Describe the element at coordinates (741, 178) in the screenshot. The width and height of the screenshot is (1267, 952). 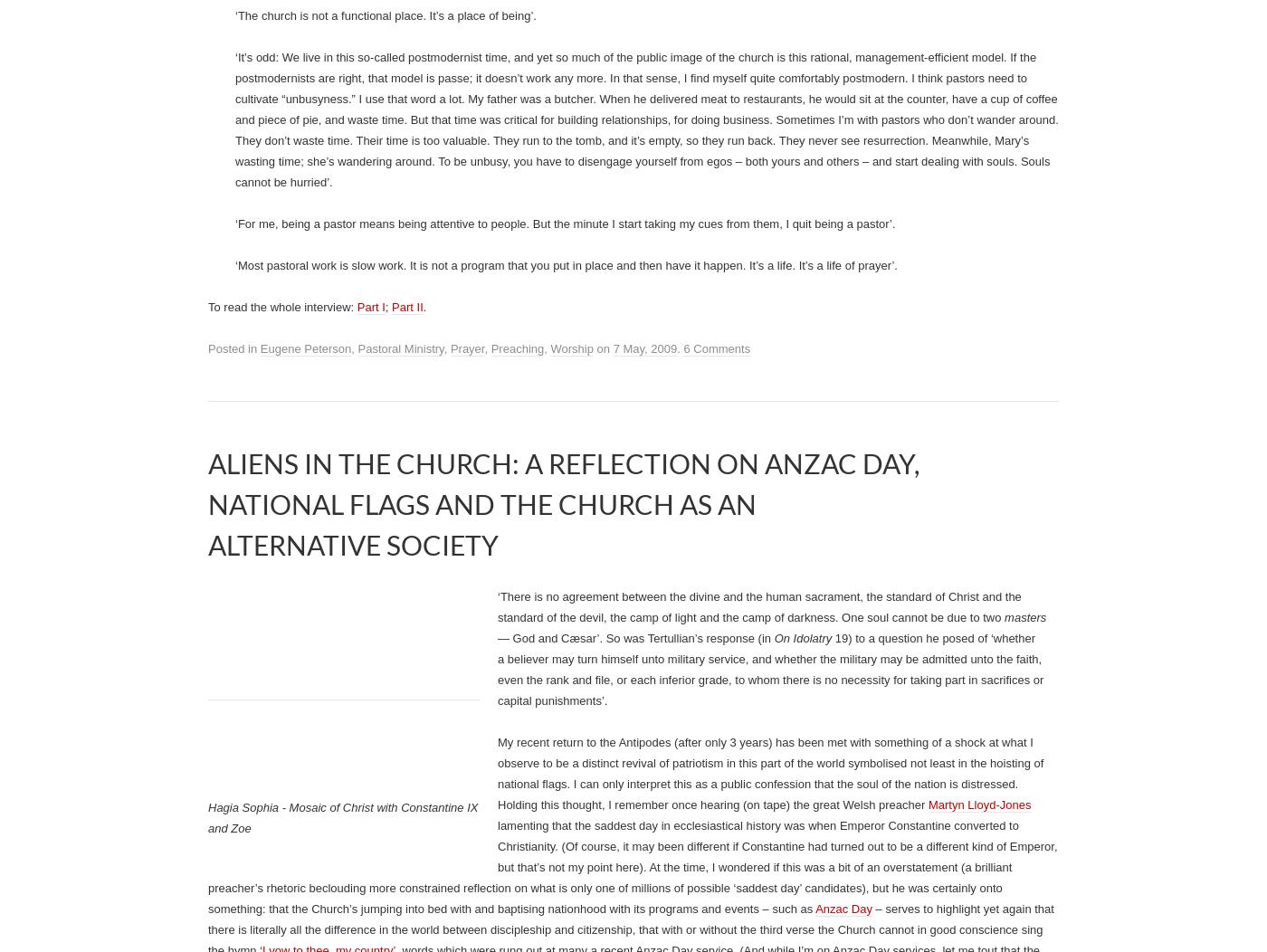
I see `'‘I don’t ever want to convey that our primary job as pastors is to fix a problem. Our primary work is to make saints. We’re in the saint-making business. If we enter the human-potential business, we’ve lost our calling’.'` at that location.